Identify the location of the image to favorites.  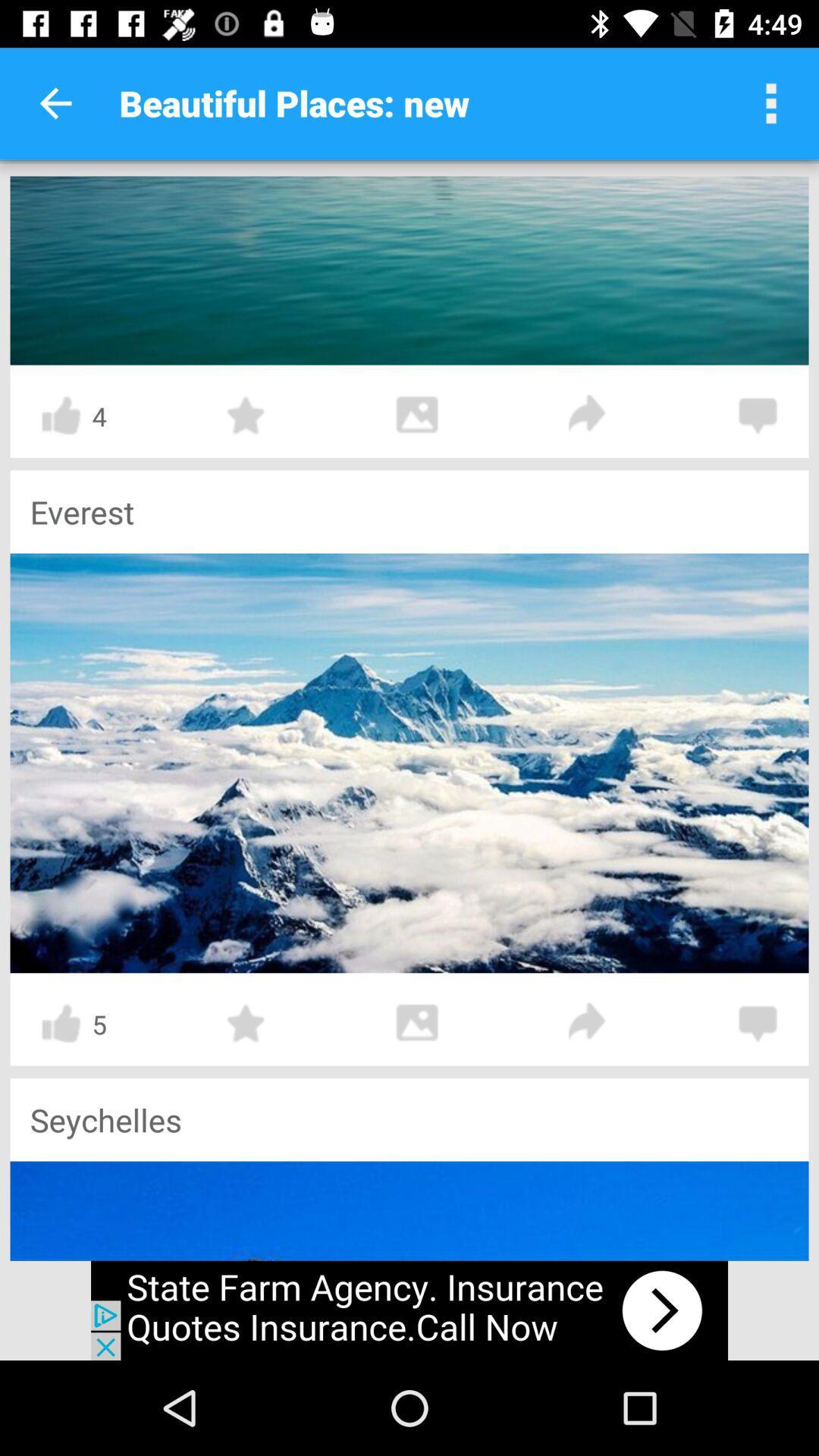
(246, 1023).